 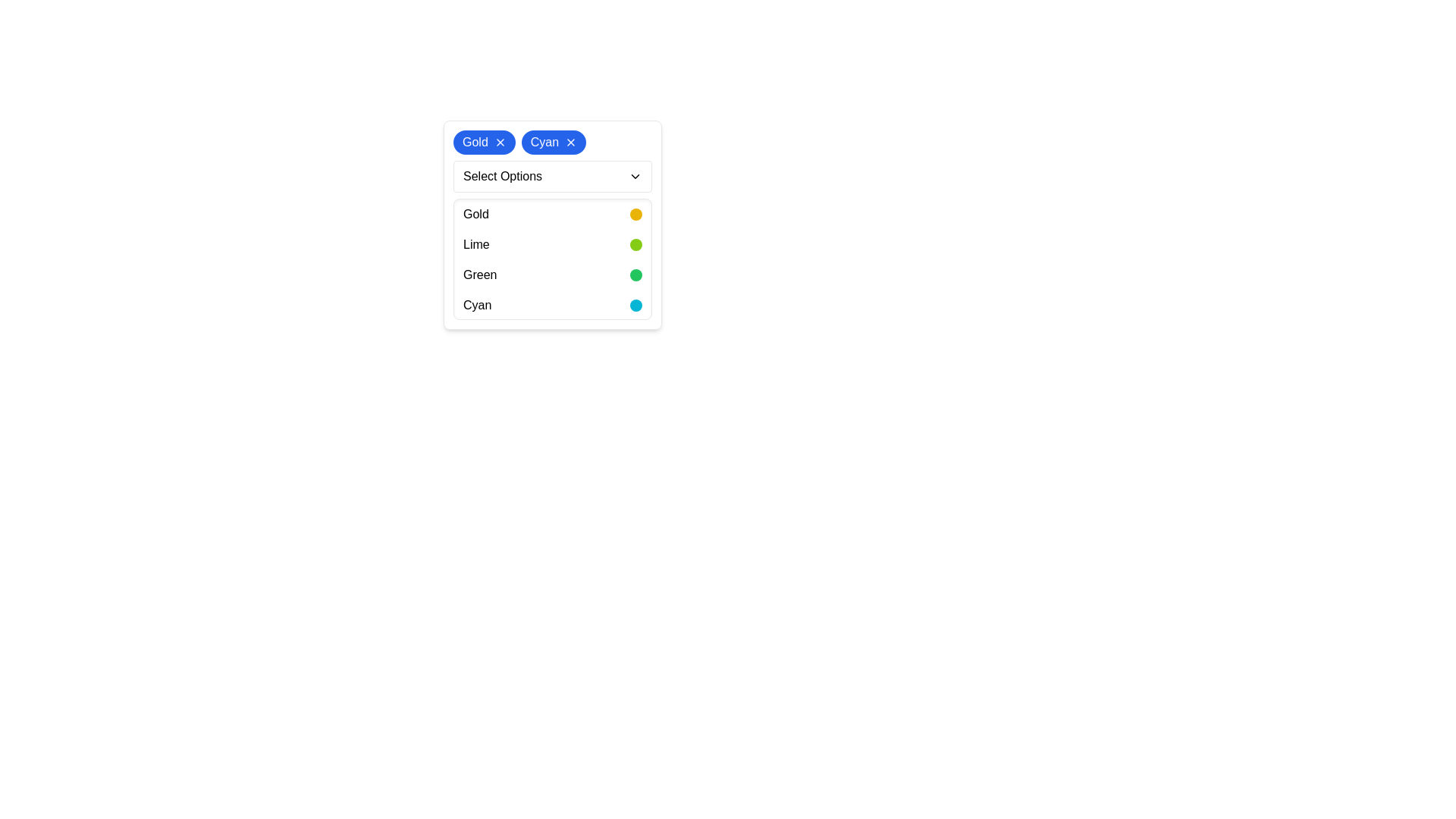 I want to click on the small circular lime green color indicator located to the right of the text 'Lime' in the dropdown menu, so click(x=636, y=244).